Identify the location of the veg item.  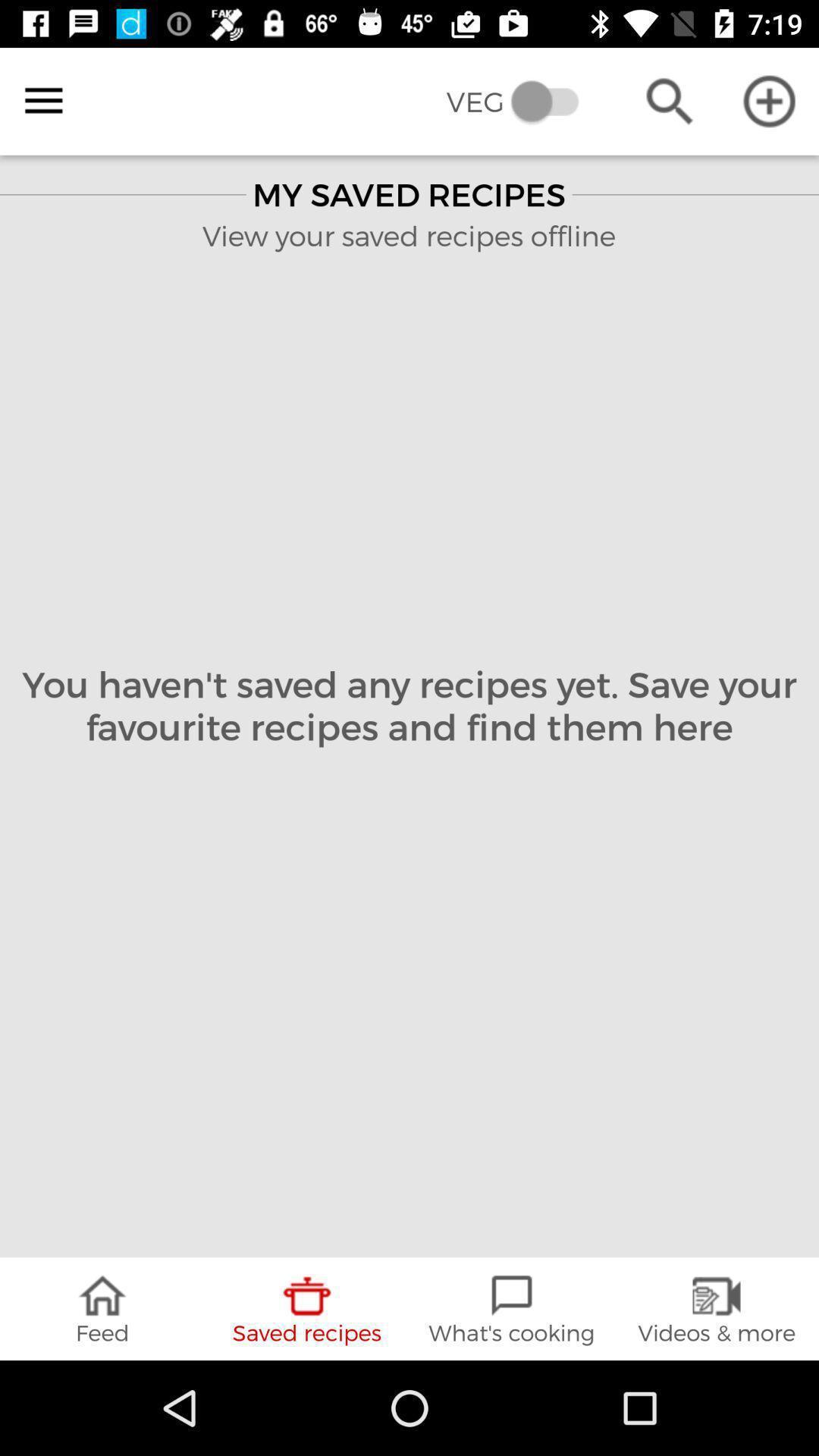
(522, 100).